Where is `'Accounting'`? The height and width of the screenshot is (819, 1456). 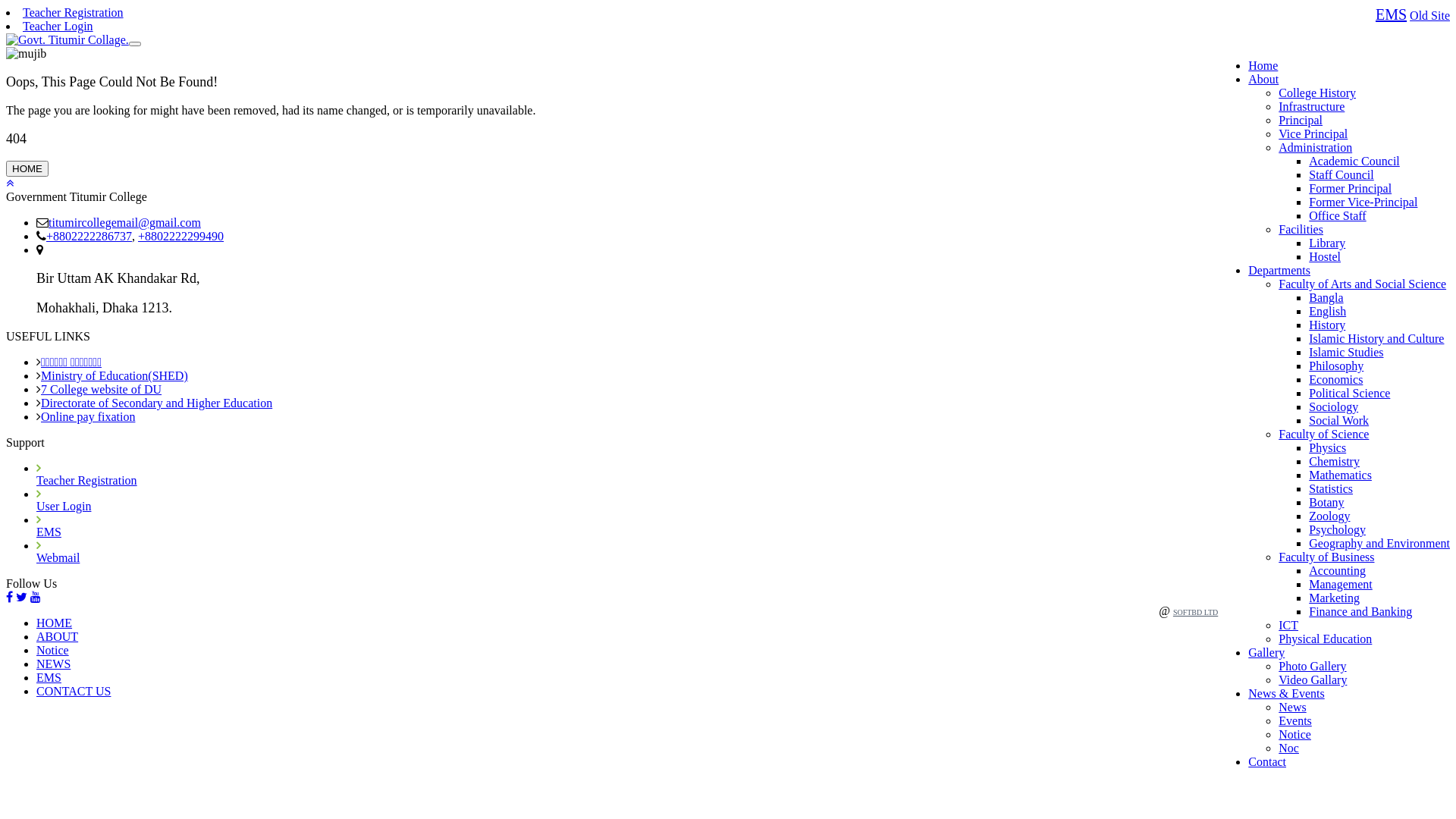
'Accounting' is located at coordinates (1337, 570).